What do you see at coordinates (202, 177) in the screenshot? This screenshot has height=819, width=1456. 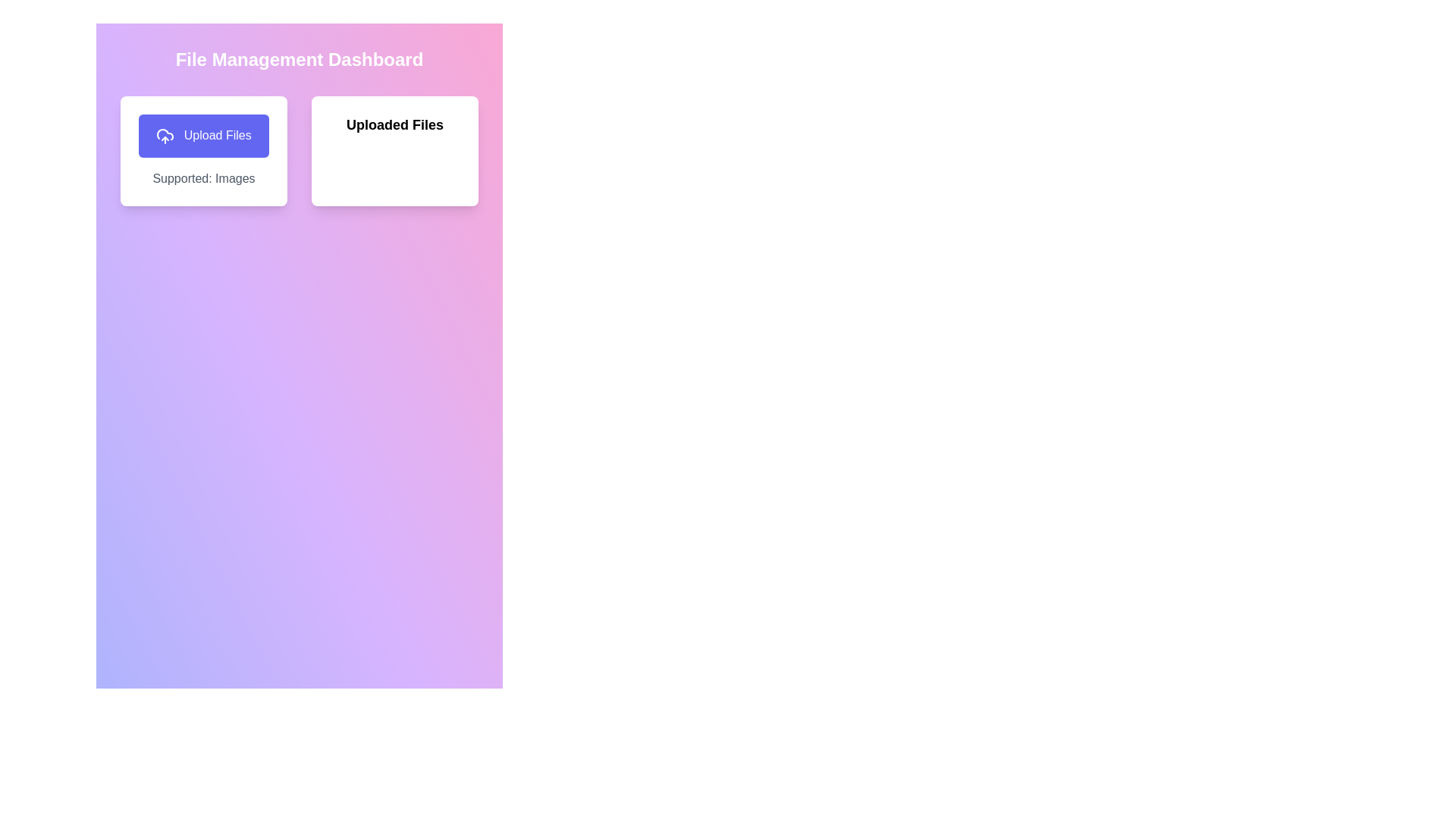 I see `the informational text label indicating support for image uploads, located below the 'Upload Files' button` at bounding box center [202, 177].